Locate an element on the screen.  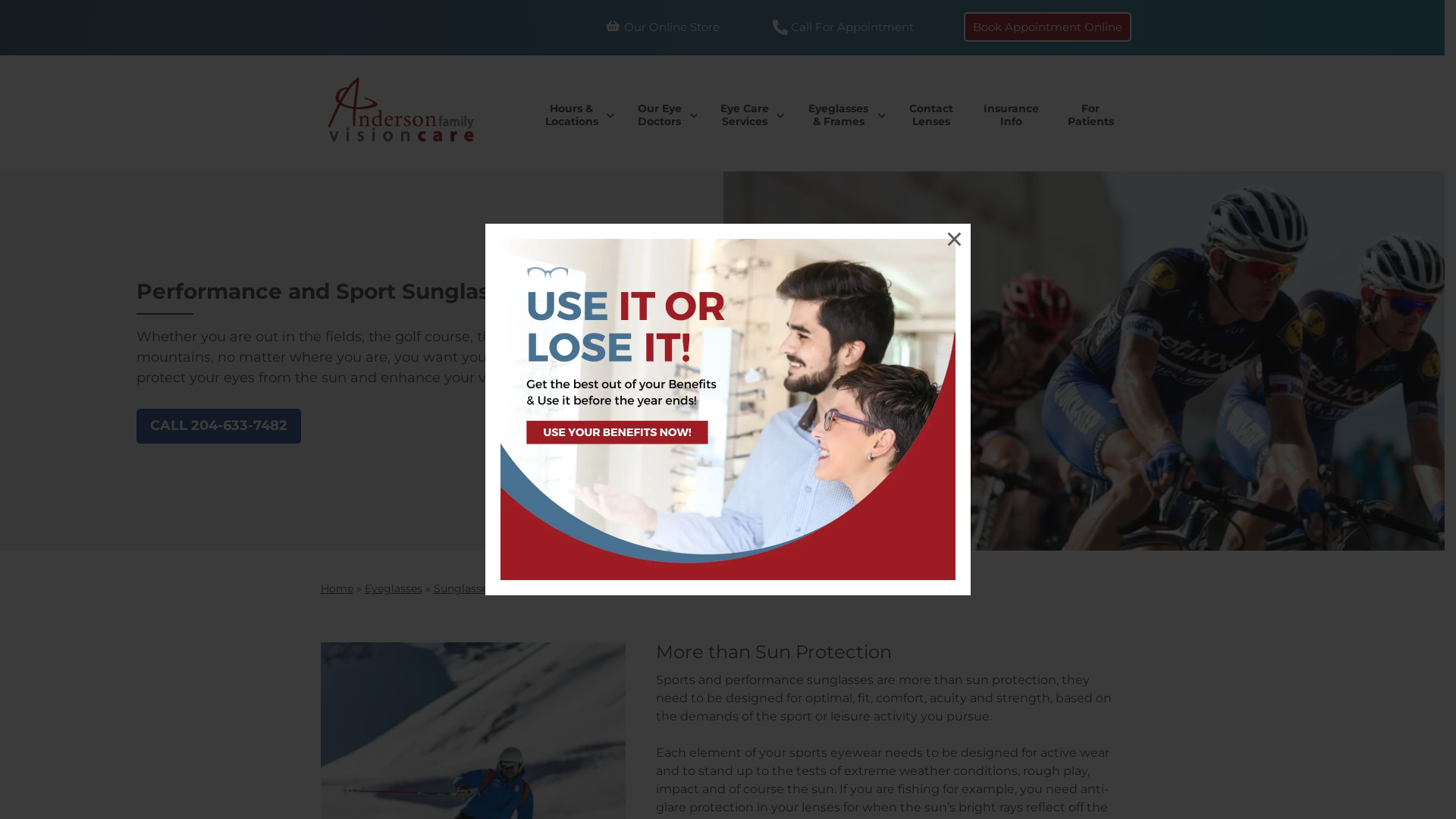
'Sunglasses' is located at coordinates (462, 587).